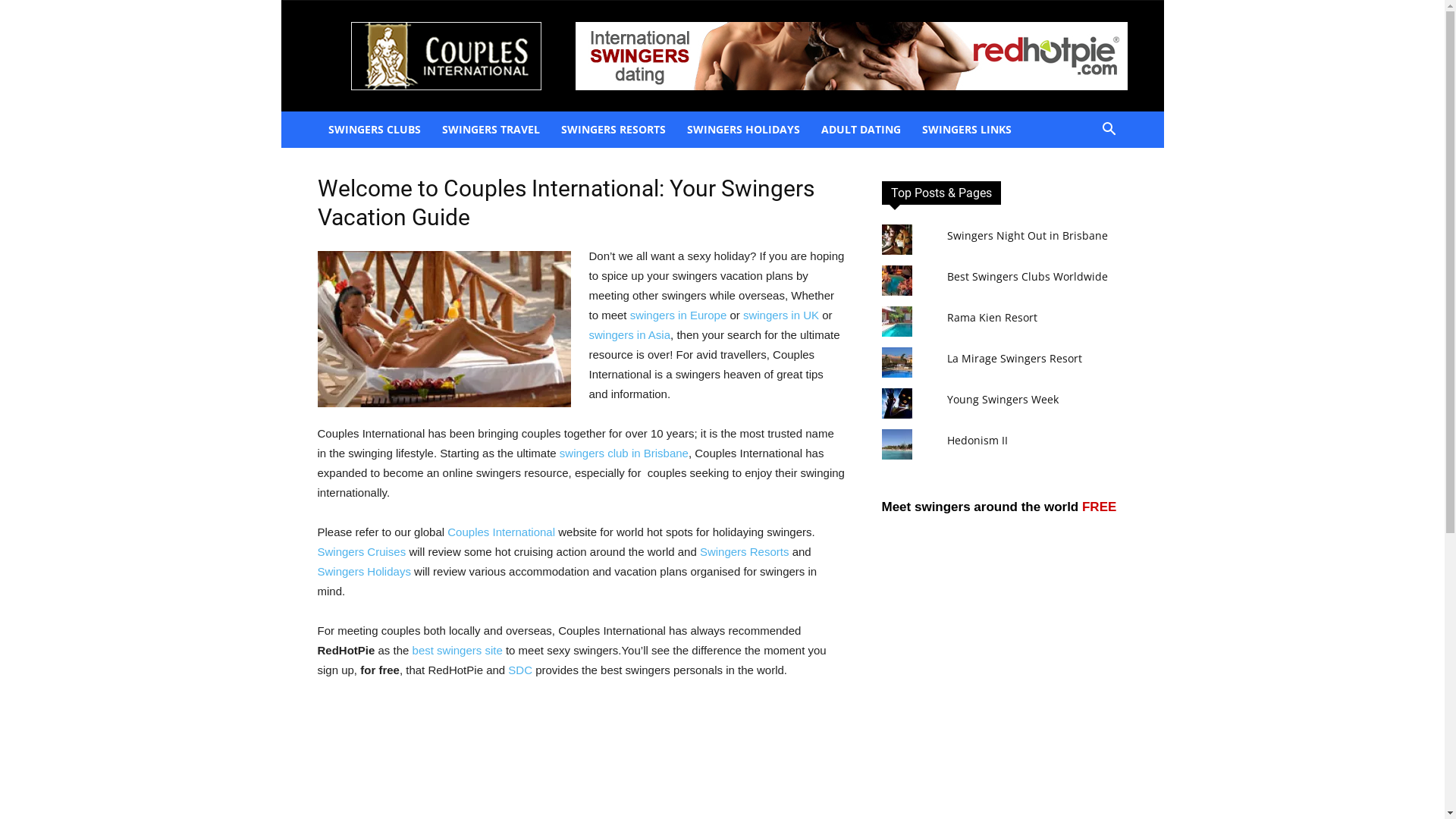  What do you see at coordinates (429, 128) in the screenshot?
I see `'SWINGERS TRAVEL'` at bounding box center [429, 128].